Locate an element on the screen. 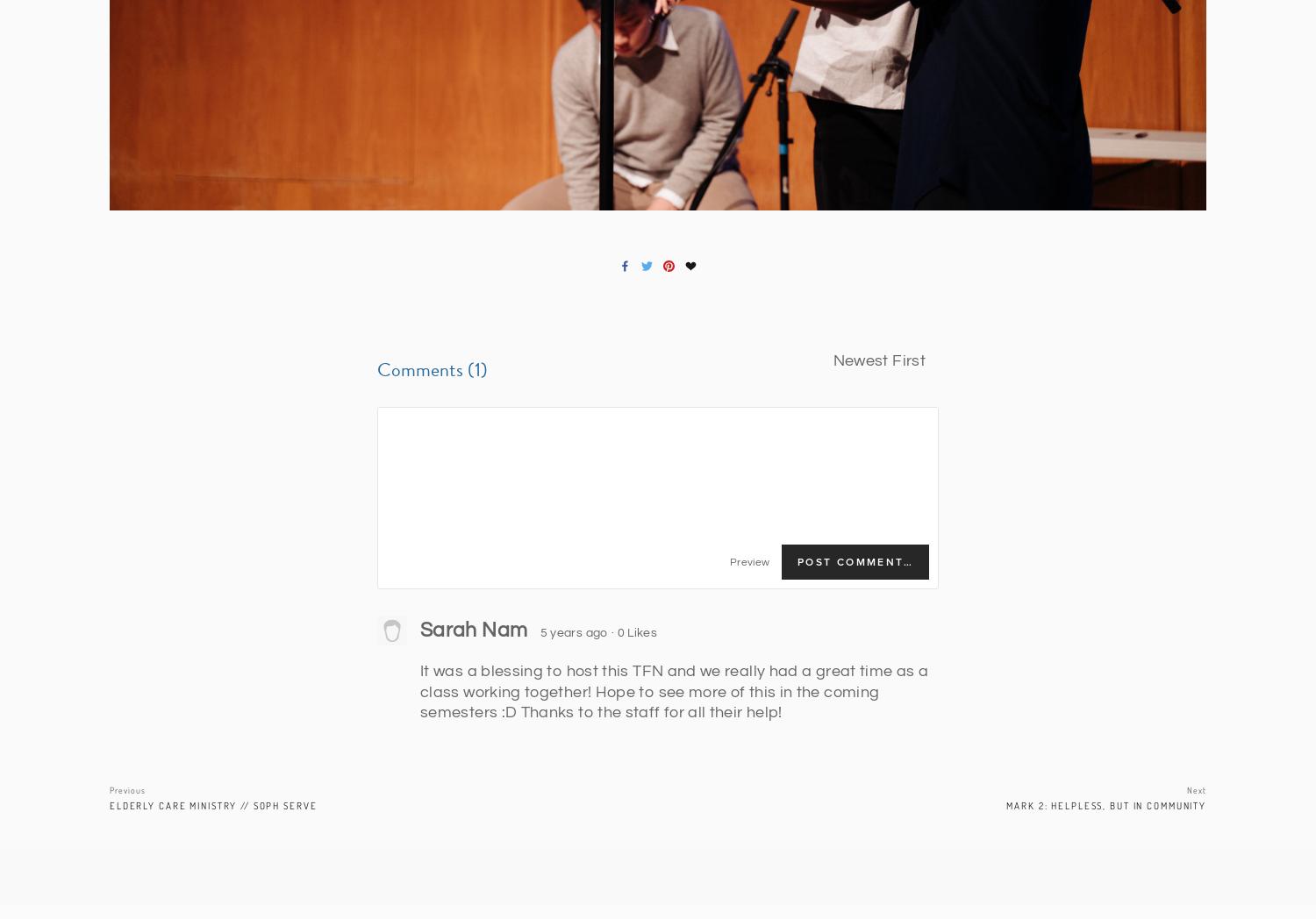 The height and width of the screenshot is (919, 1316). 'It was a blessing to host this TFN and we really had a great time as a class working together! Hope to see more of this in the coming semesters :D Thanks to the staff for all their help!' is located at coordinates (674, 691).